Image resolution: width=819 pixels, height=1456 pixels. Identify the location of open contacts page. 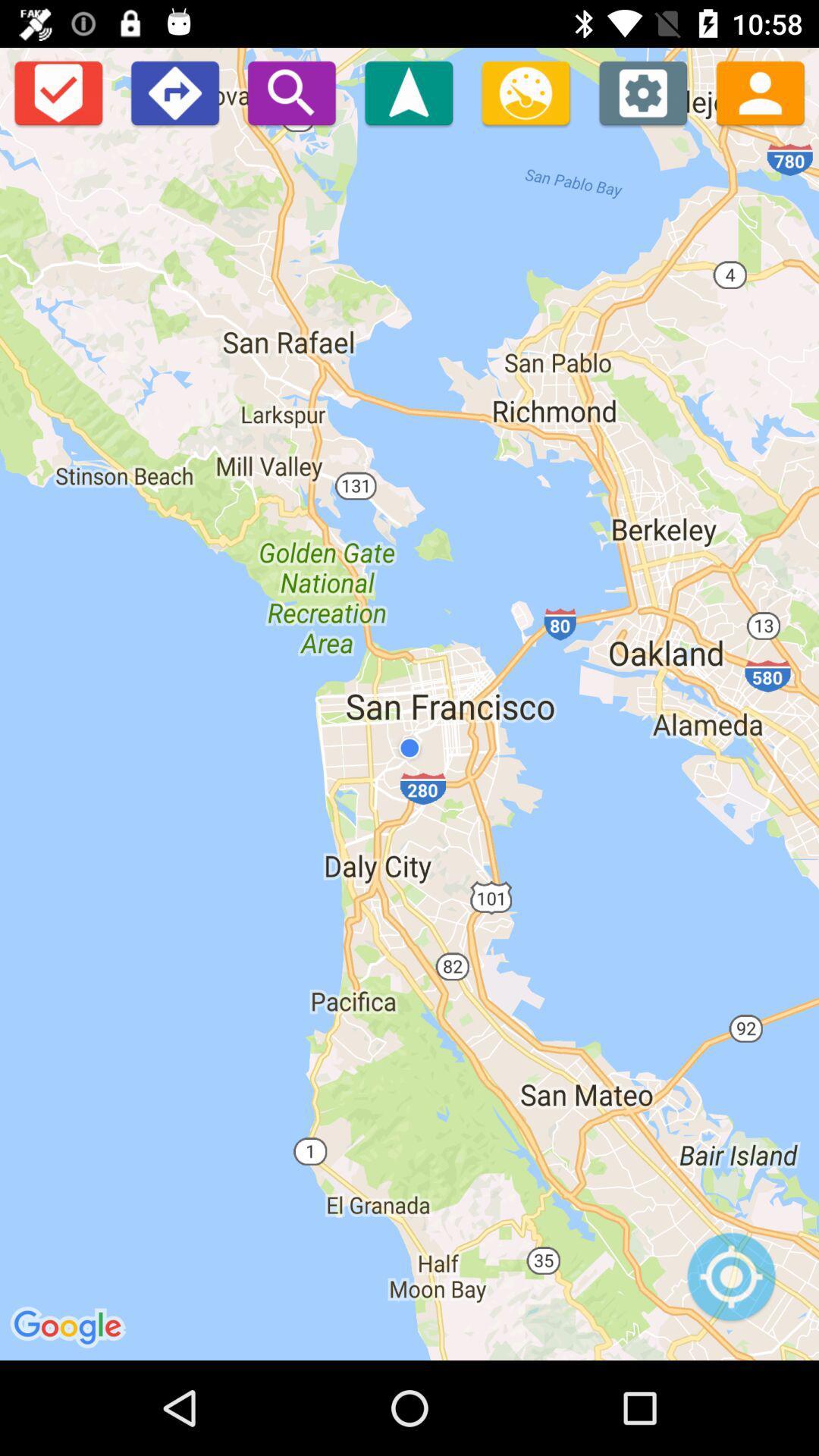
(760, 92).